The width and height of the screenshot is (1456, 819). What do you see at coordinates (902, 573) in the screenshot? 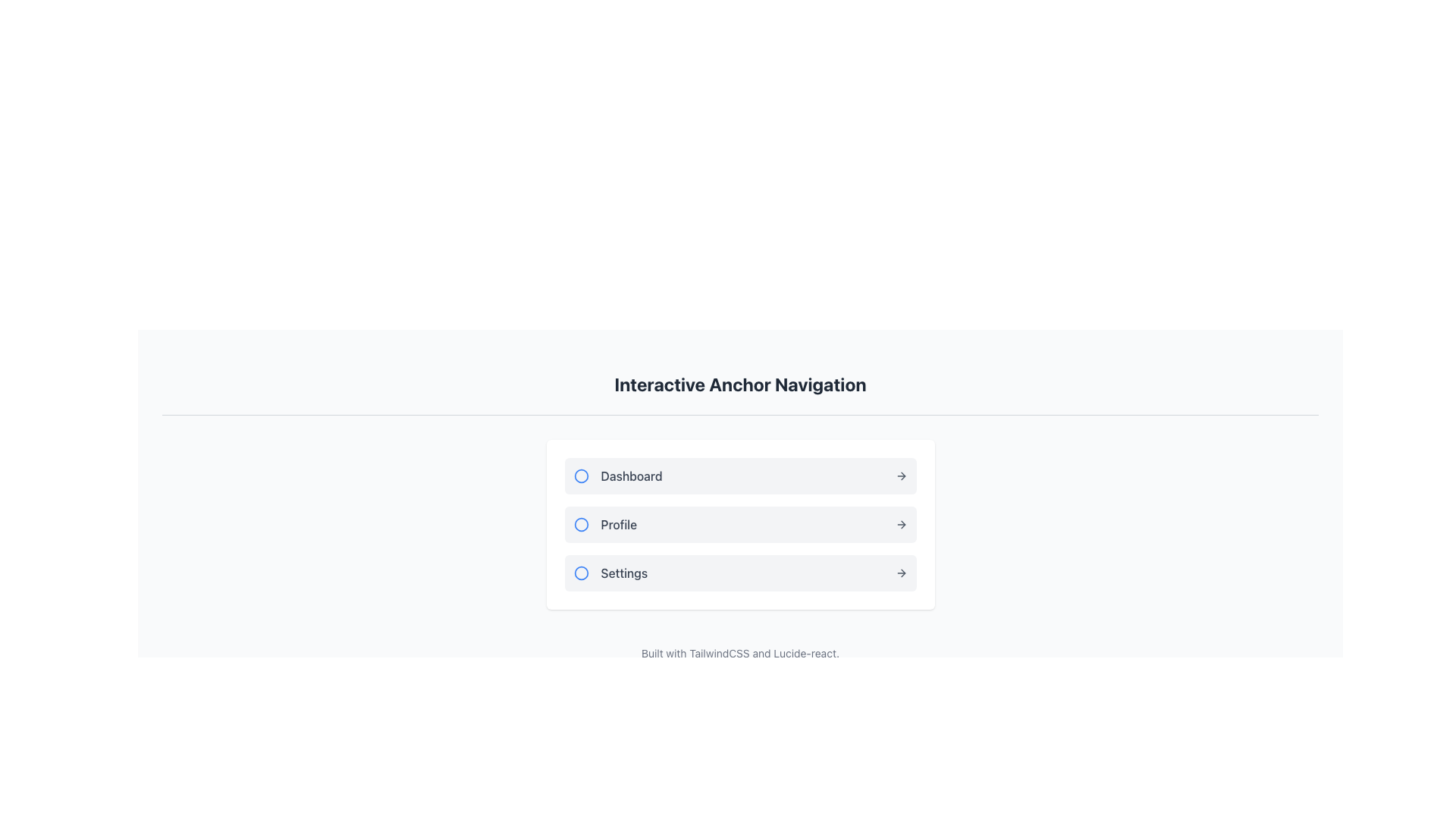
I see `the navigational arrow icon located to the right of the 'Settings' text` at bounding box center [902, 573].